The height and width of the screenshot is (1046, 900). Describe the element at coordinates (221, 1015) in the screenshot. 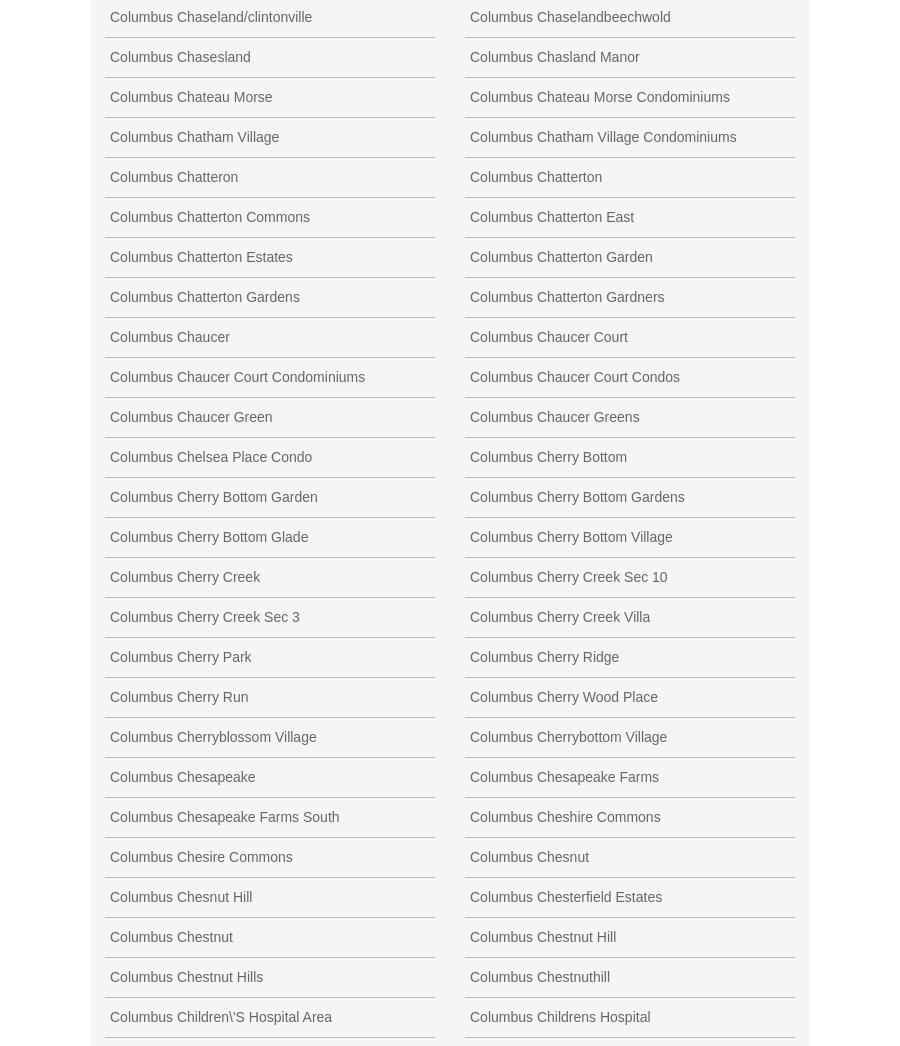

I see `'Columbus Children\'S Hospital Area'` at that location.